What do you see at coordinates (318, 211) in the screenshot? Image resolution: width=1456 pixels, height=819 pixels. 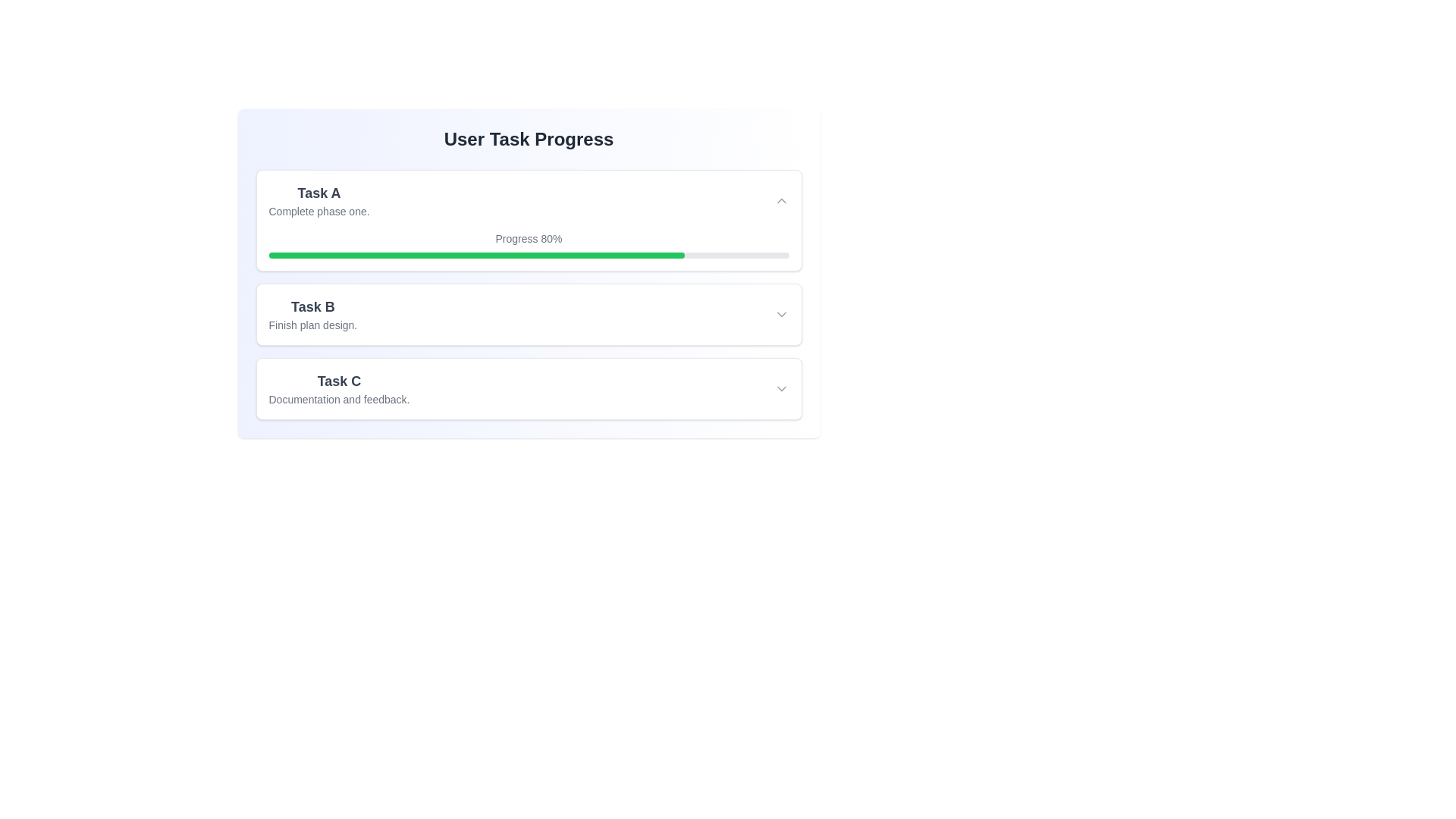 I see `the Text label that provides clarity or further instructions related to 'Task A', located immediately below the title text 'Task A'` at bounding box center [318, 211].